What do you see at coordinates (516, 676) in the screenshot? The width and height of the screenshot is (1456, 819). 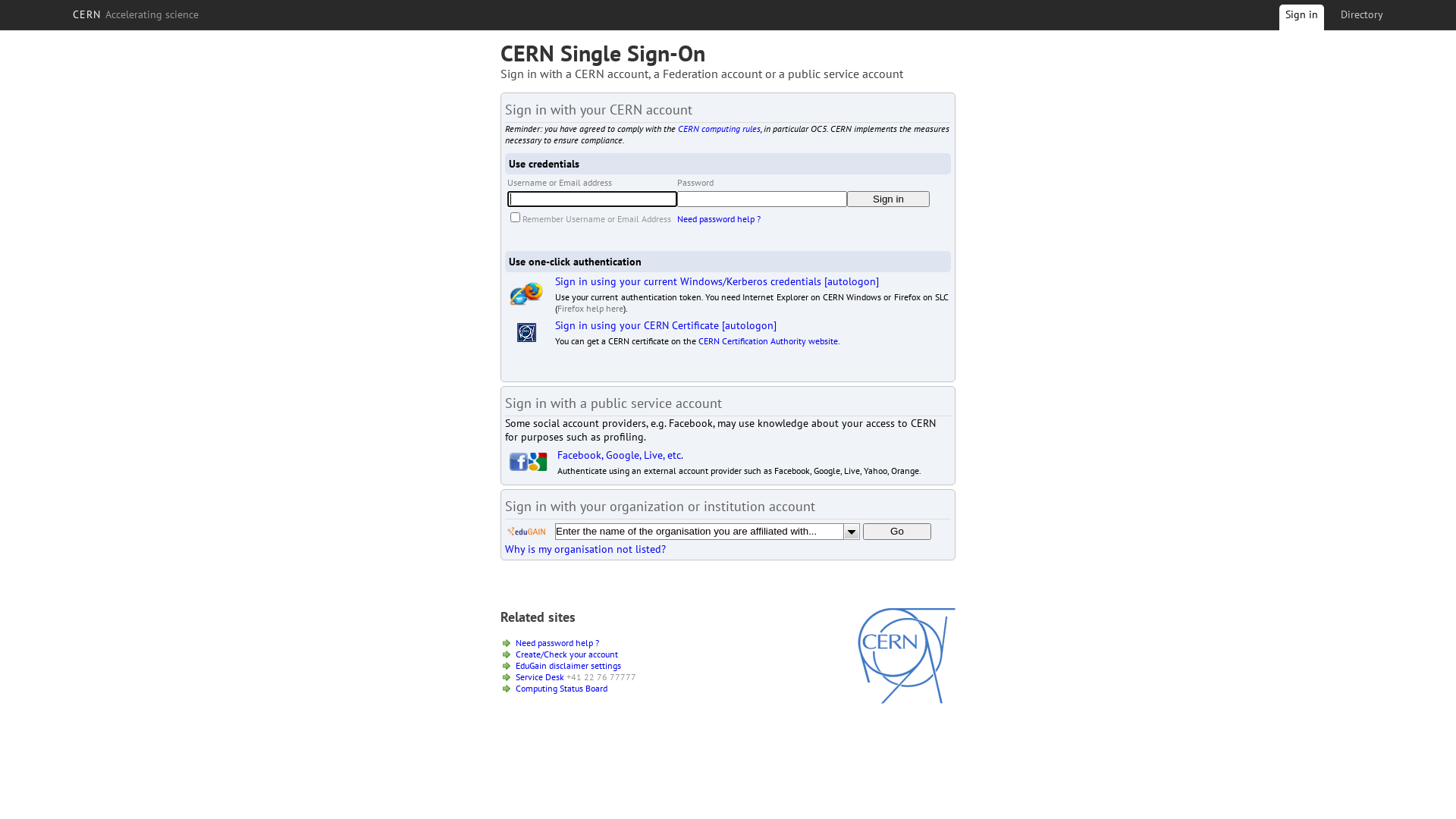 I see `'Service Desk'` at bounding box center [516, 676].